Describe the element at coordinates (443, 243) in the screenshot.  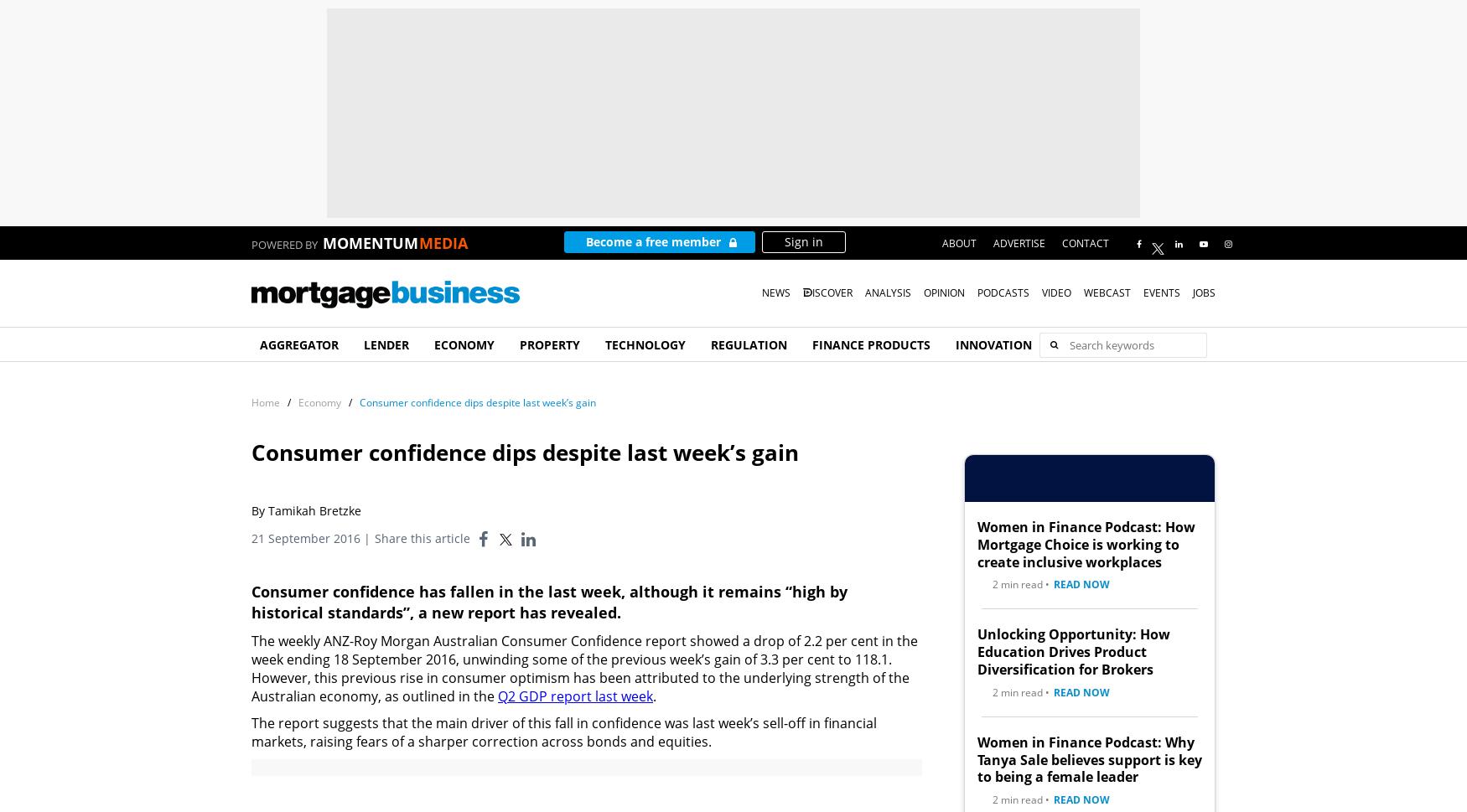
I see `'MEDIA'` at that location.